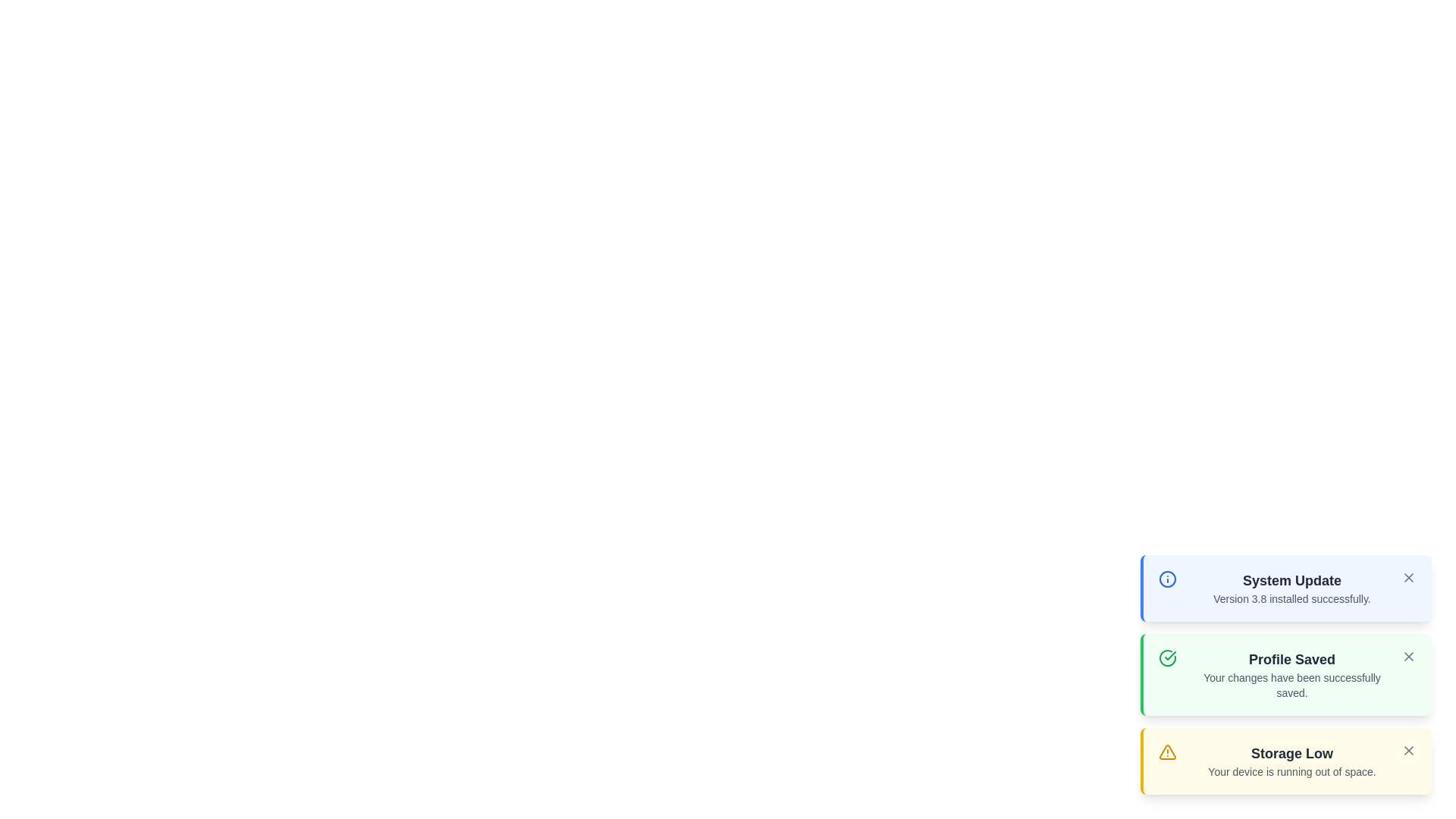 This screenshot has height=819, width=1456. Describe the element at coordinates (1291, 580) in the screenshot. I see `the text content of the notification titled System Update` at that location.